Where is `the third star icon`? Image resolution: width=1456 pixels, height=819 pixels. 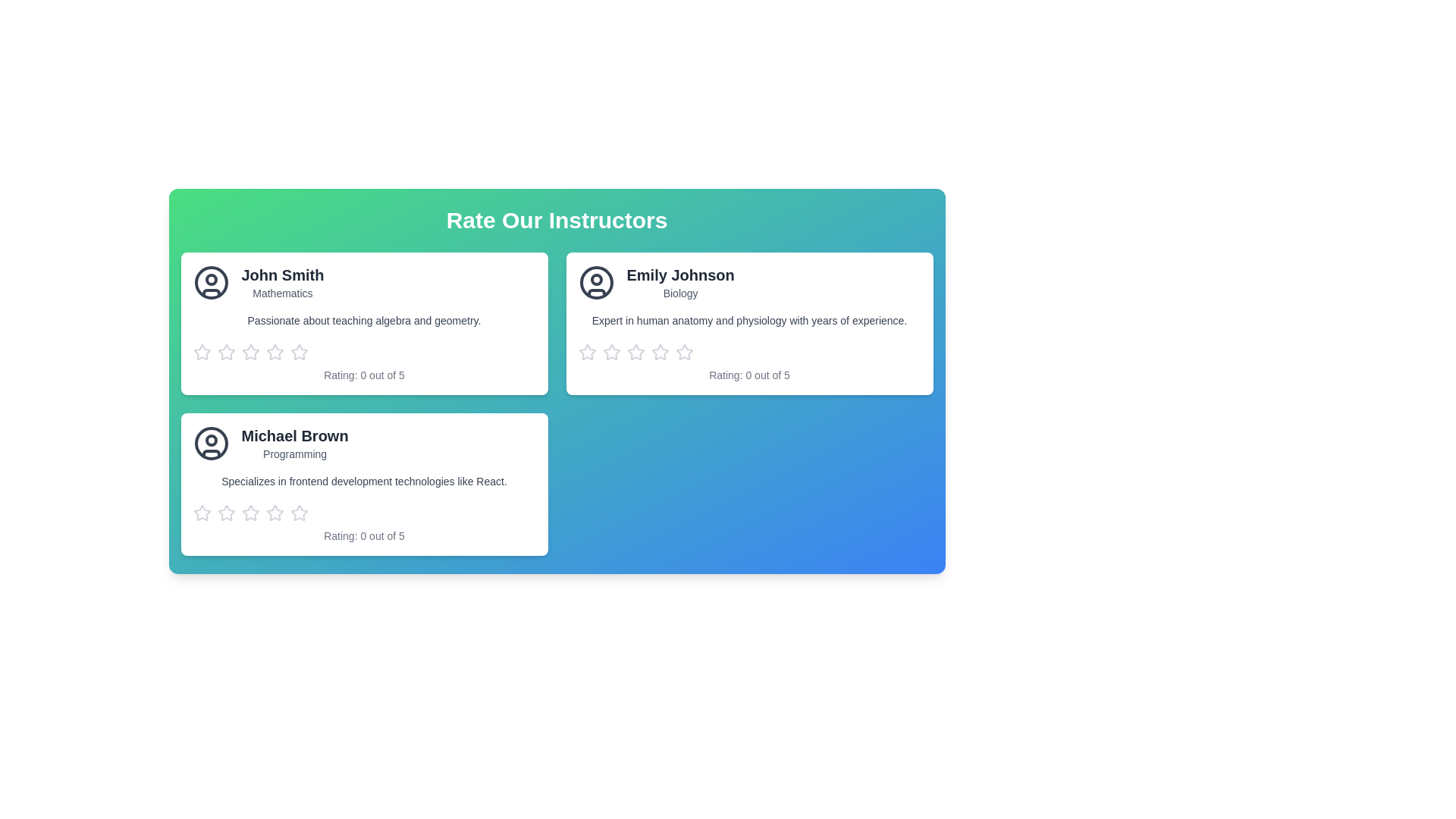
the third star icon is located at coordinates (683, 352).